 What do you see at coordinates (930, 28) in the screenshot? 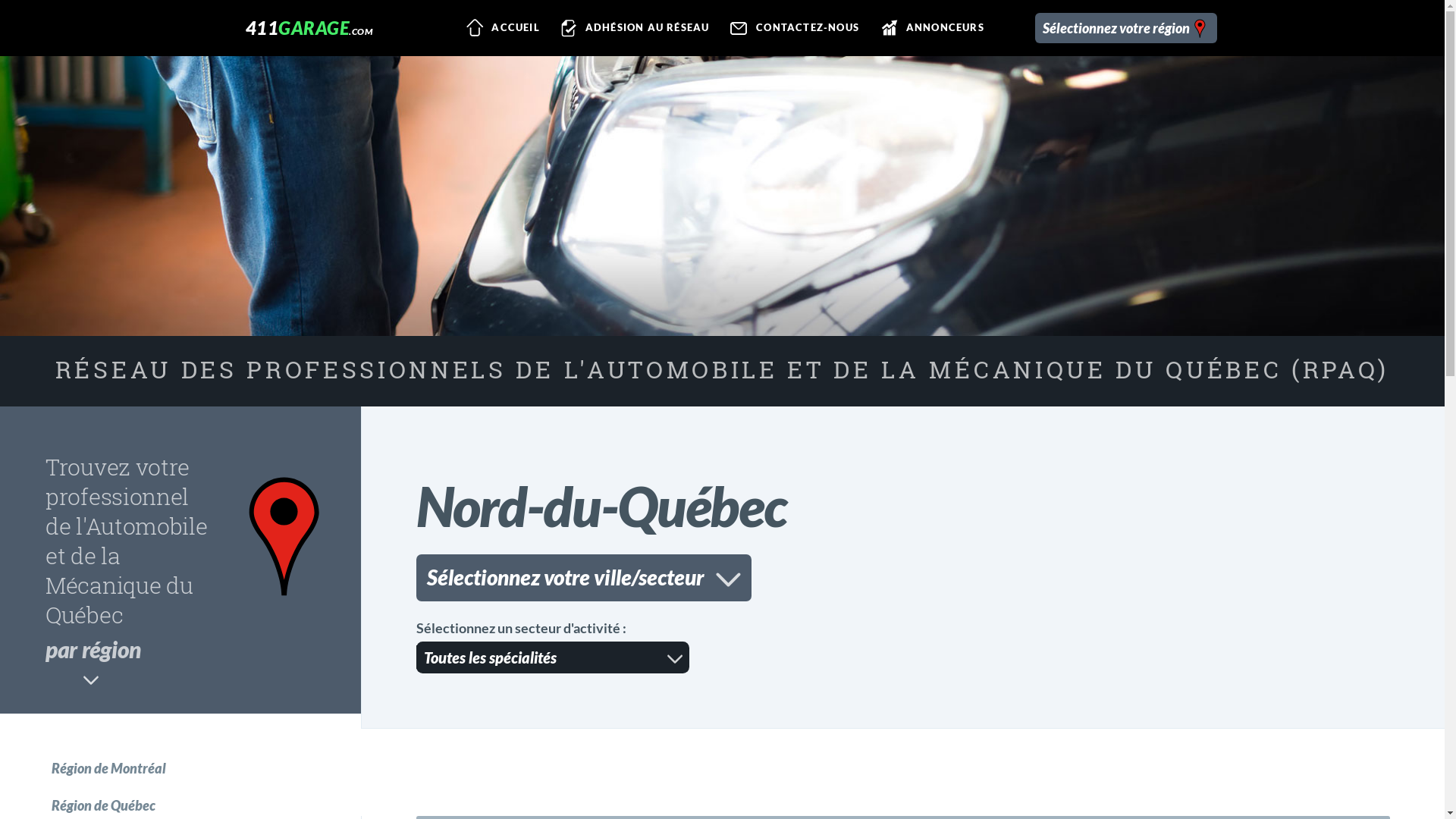
I see `'ANNONCEURS'` at bounding box center [930, 28].